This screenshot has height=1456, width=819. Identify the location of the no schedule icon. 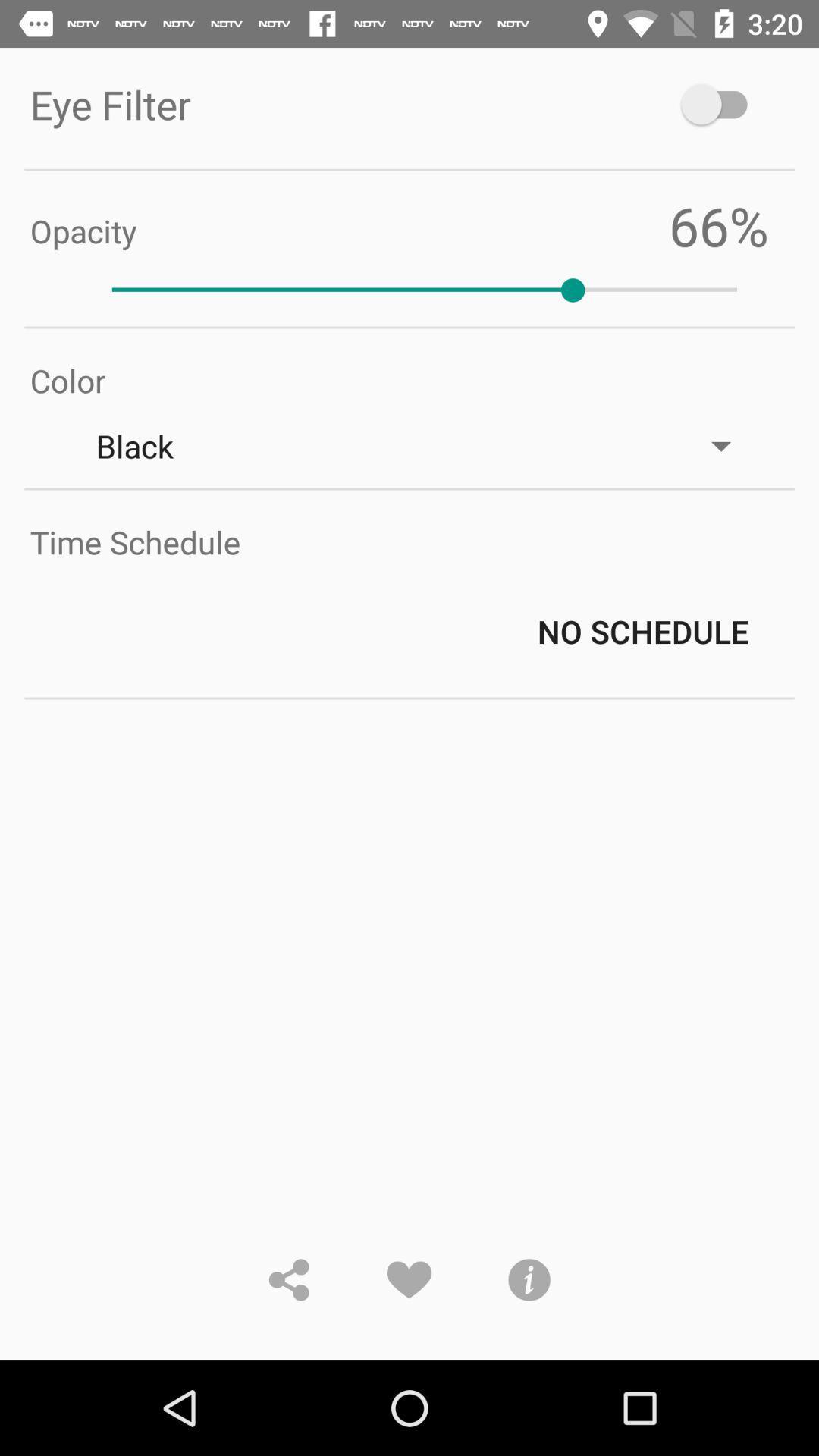
(424, 631).